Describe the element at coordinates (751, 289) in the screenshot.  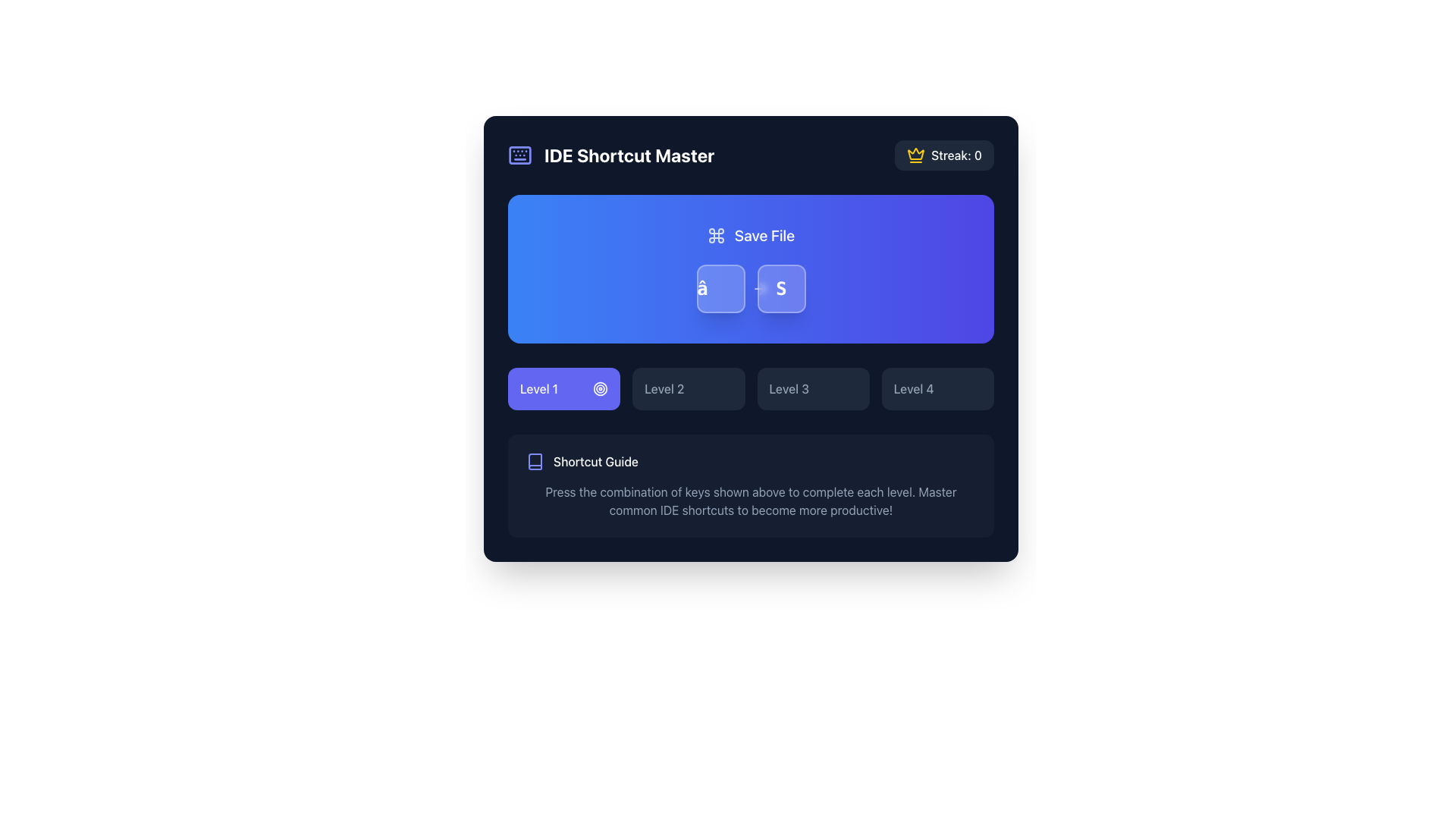
I see `the blue rectangular 'Save File' icon-text combination element containing the command symbol 'â', an arrow icon, and the letter 'S'` at that location.